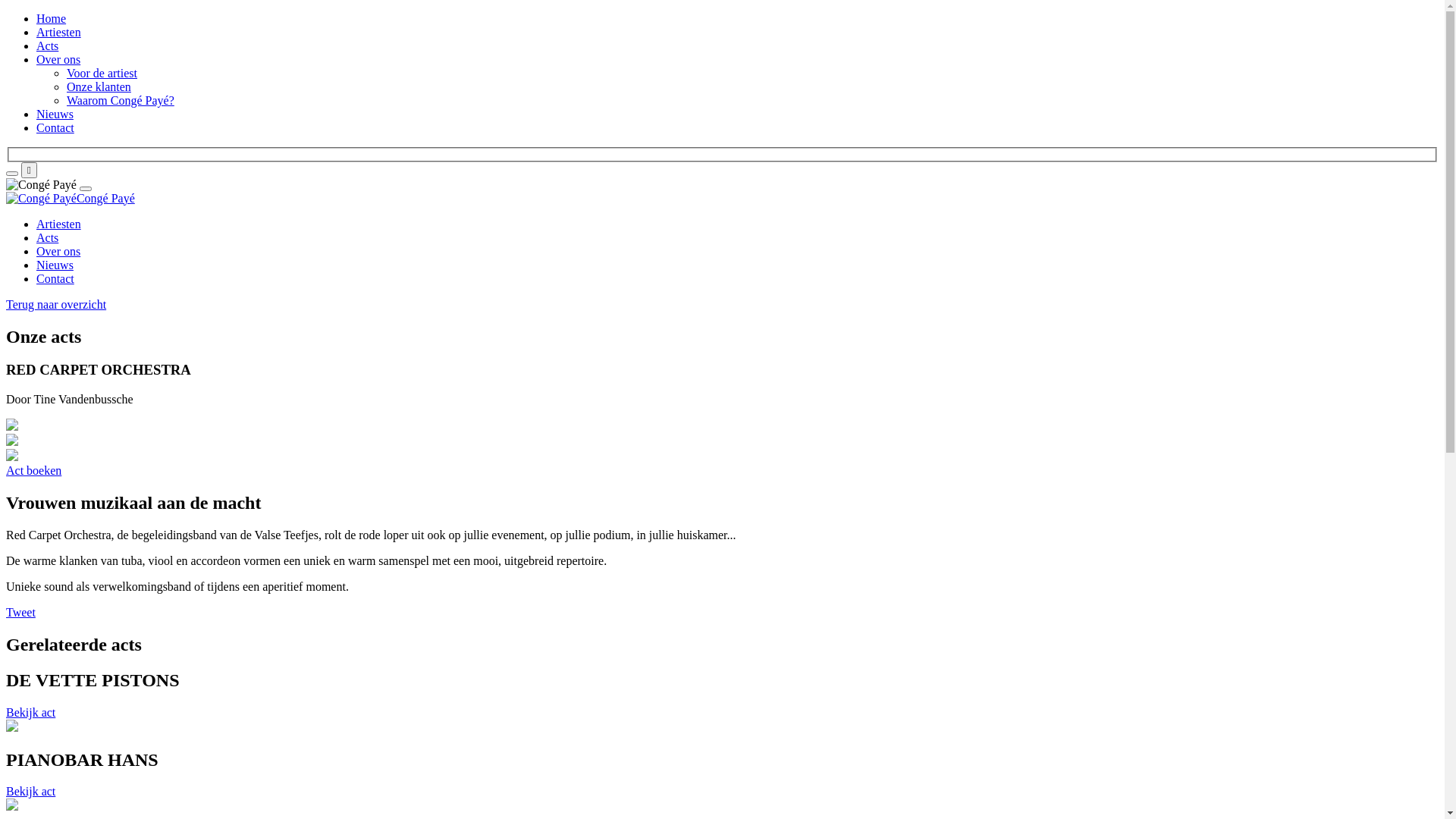  What do you see at coordinates (101, 73) in the screenshot?
I see `'Voor de artiest'` at bounding box center [101, 73].